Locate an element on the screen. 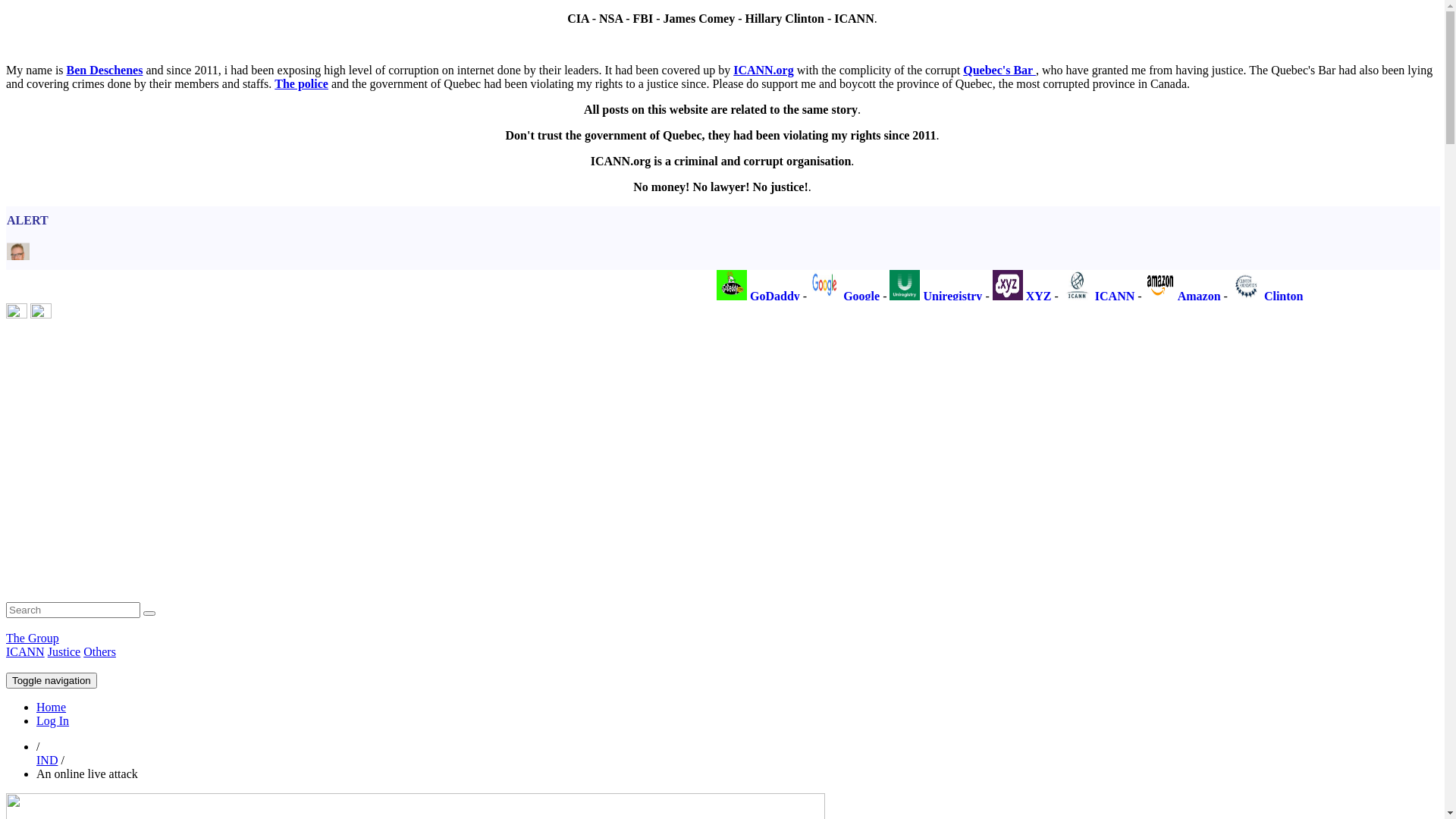  'Justice' is located at coordinates (64, 651).